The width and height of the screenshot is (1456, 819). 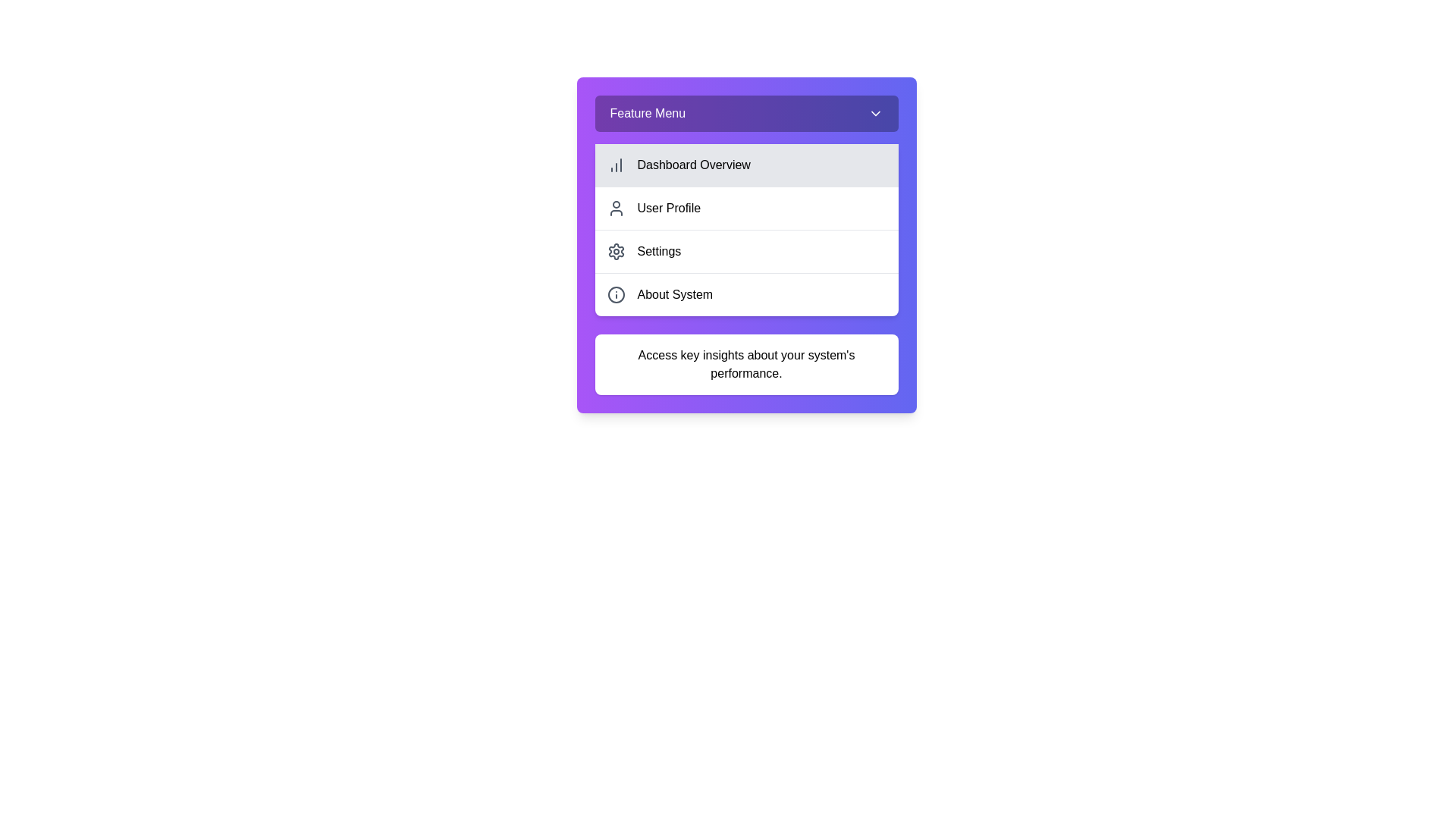 I want to click on the dropdown icon located at the far right end of the 'Feature Menu' header, so click(x=875, y=113).